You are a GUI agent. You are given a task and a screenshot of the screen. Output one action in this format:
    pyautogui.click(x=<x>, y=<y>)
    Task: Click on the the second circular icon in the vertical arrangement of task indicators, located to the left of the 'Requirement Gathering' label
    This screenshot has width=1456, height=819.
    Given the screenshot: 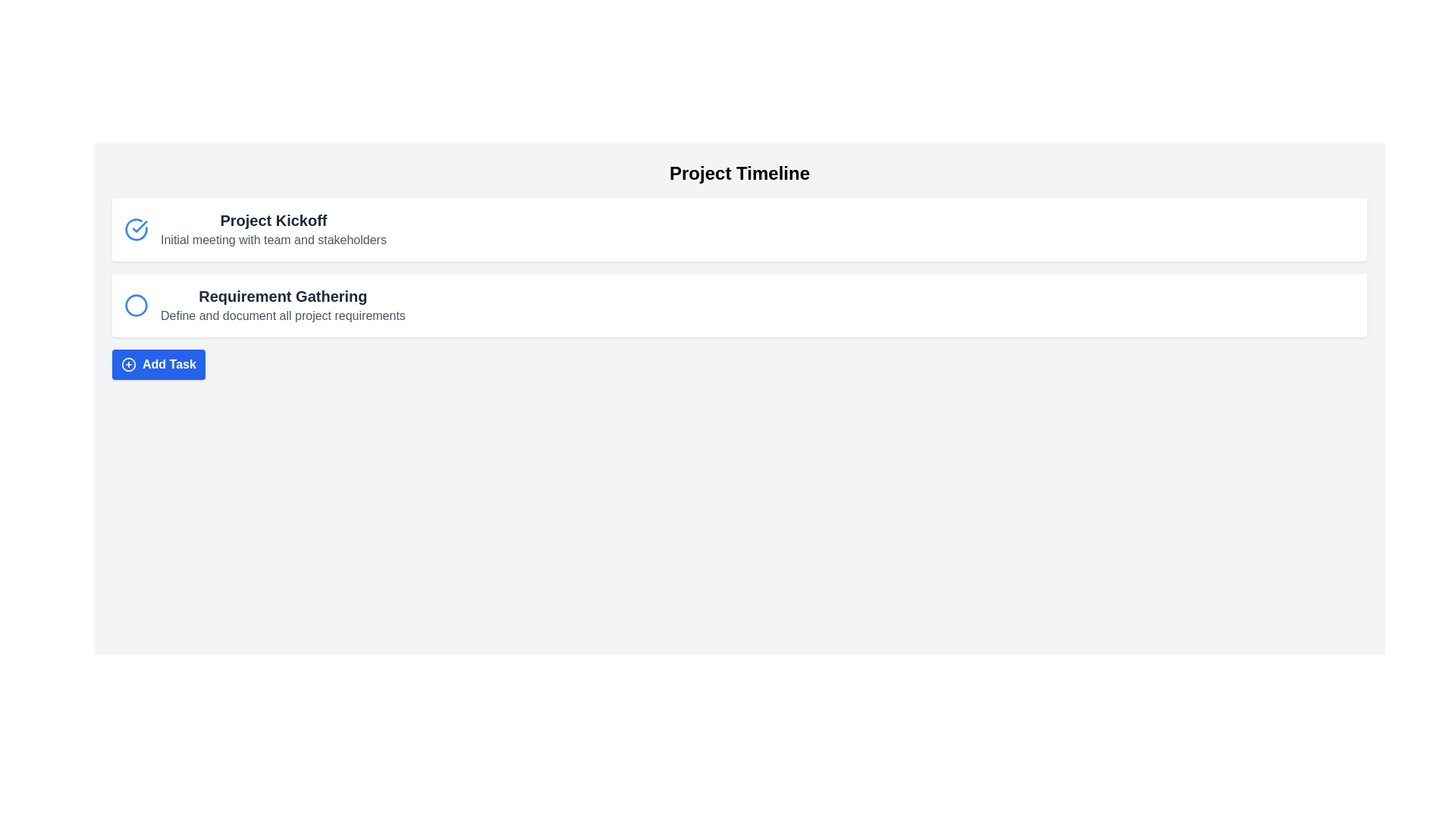 What is the action you would take?
    pyautogui.click(x=136, y=305)
    